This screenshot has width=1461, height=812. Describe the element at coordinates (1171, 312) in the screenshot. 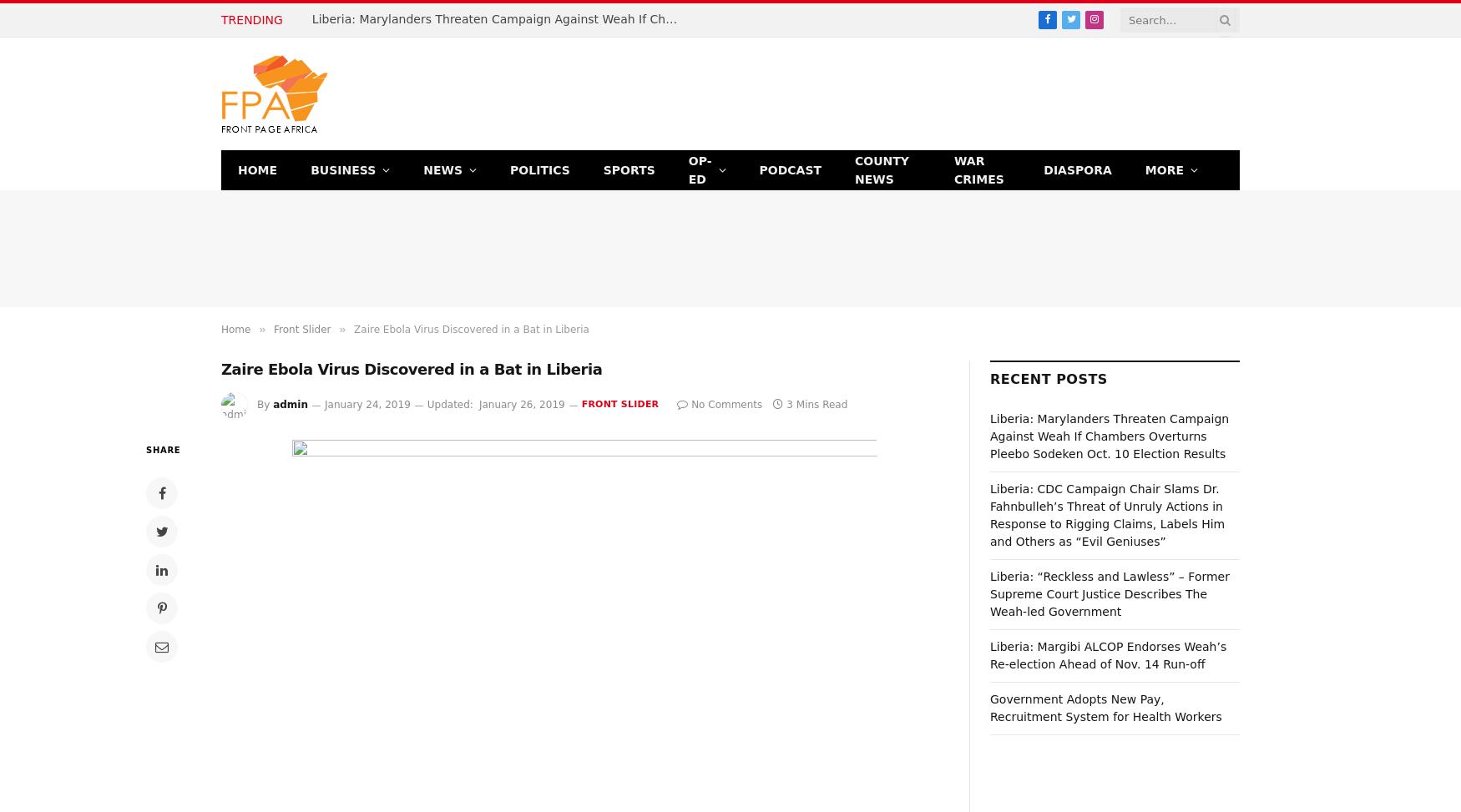

I see `'Obituary'` at that location.